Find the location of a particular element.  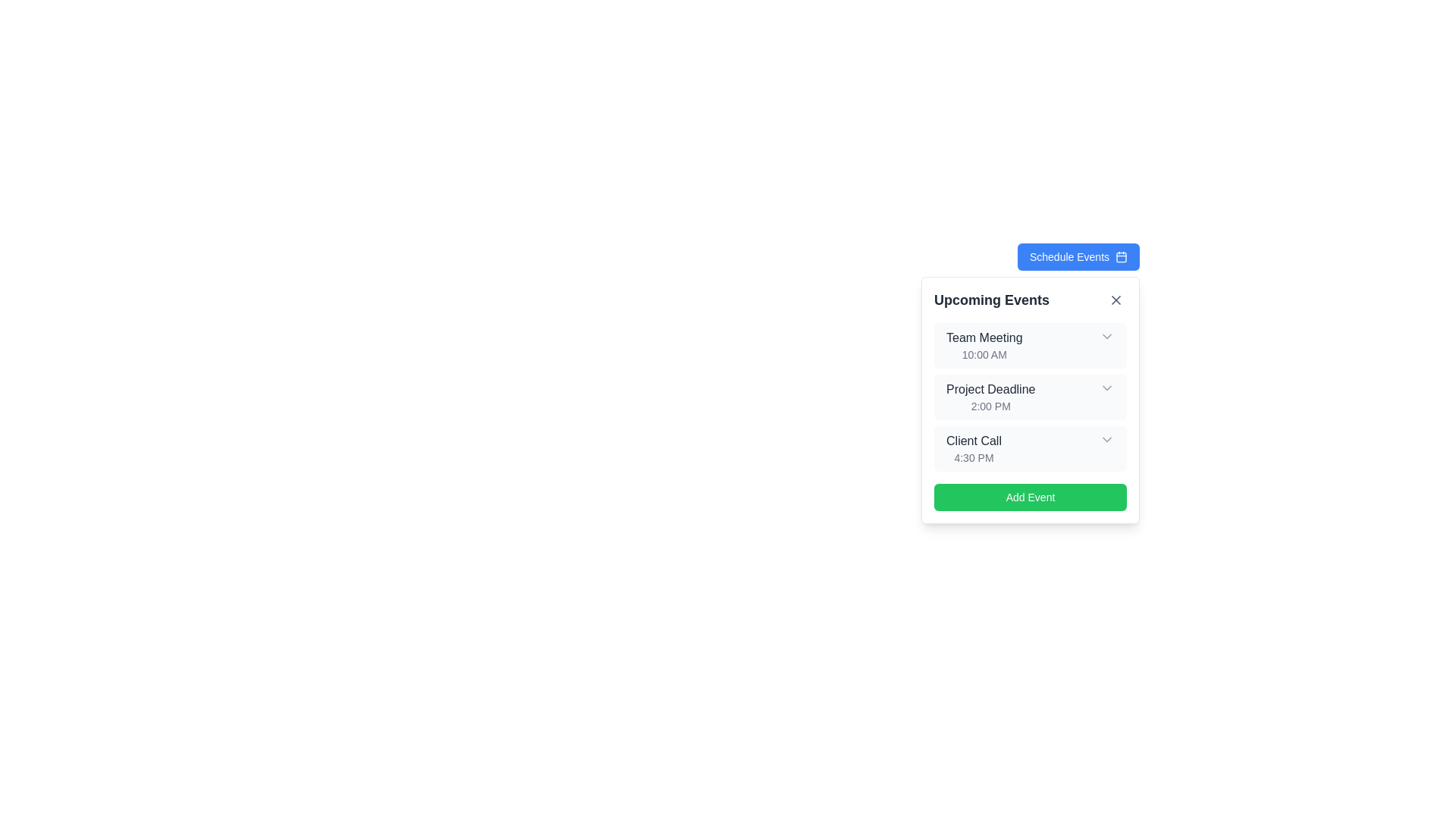

the 'Add Event' button located at the bottom of the 'Upcoming Events' section, which has a green background and displays the text 'Add Event' in white is located at coordinates (1030, 497).